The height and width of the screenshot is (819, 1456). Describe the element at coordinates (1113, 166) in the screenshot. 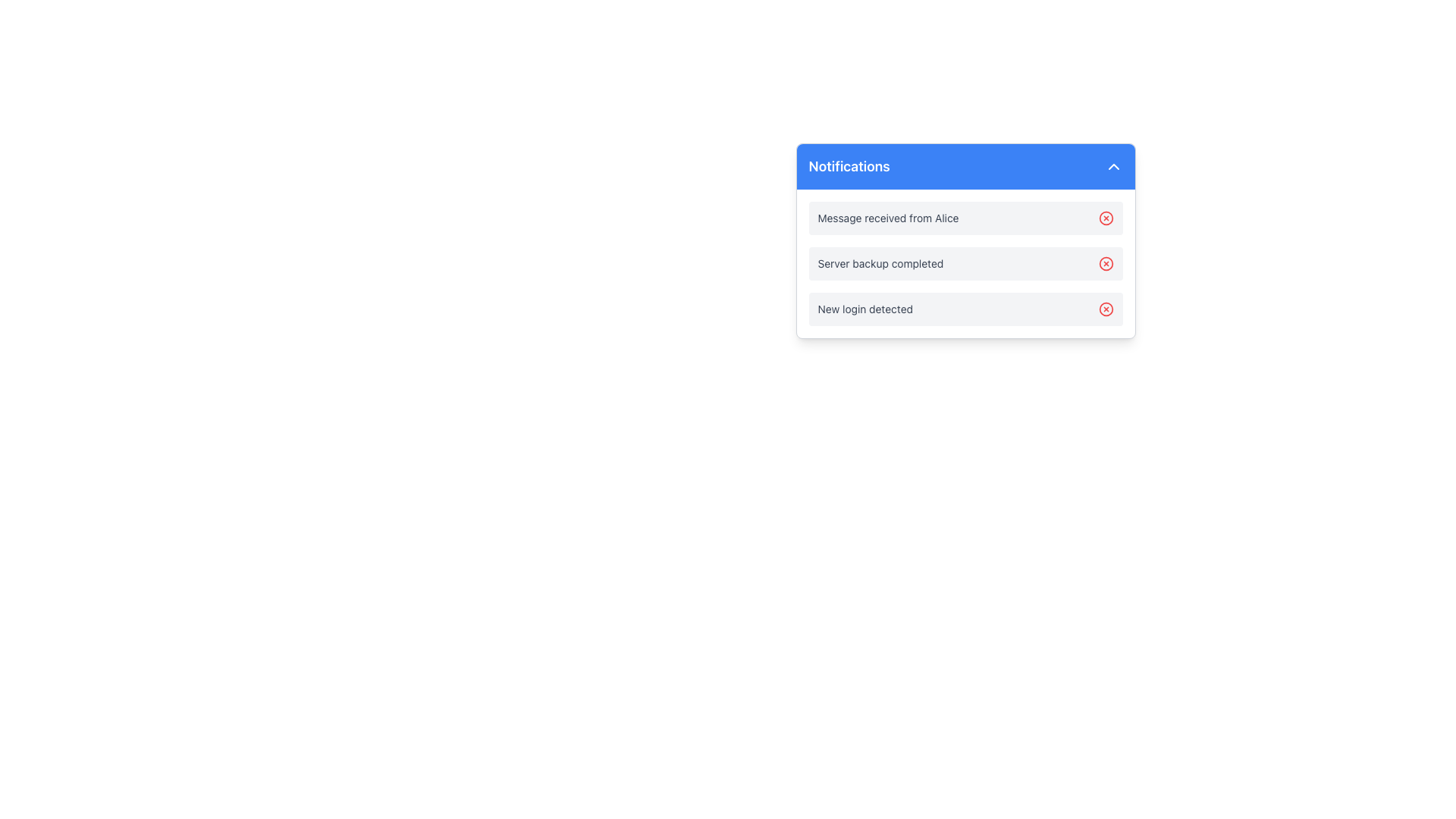

I see `the chevron icon button located at the right-hand corner of the blue 'Notifications' bar to toggle the visibility of the content below` at that location.